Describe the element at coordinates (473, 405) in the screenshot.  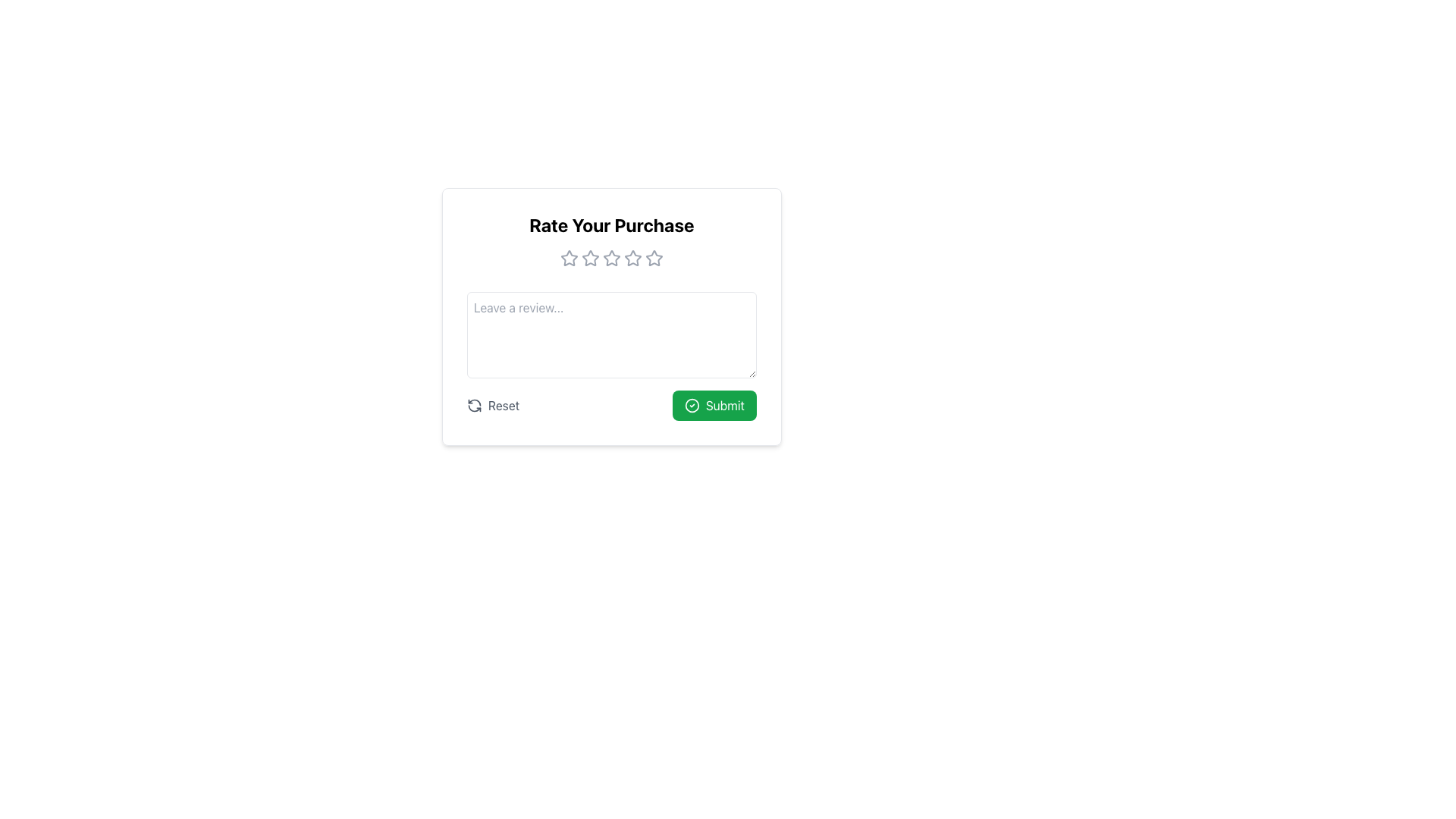
I see `the circular refresh icon located within the 'Reset' button in the bottom-left section of the modal for feedback` at that location.